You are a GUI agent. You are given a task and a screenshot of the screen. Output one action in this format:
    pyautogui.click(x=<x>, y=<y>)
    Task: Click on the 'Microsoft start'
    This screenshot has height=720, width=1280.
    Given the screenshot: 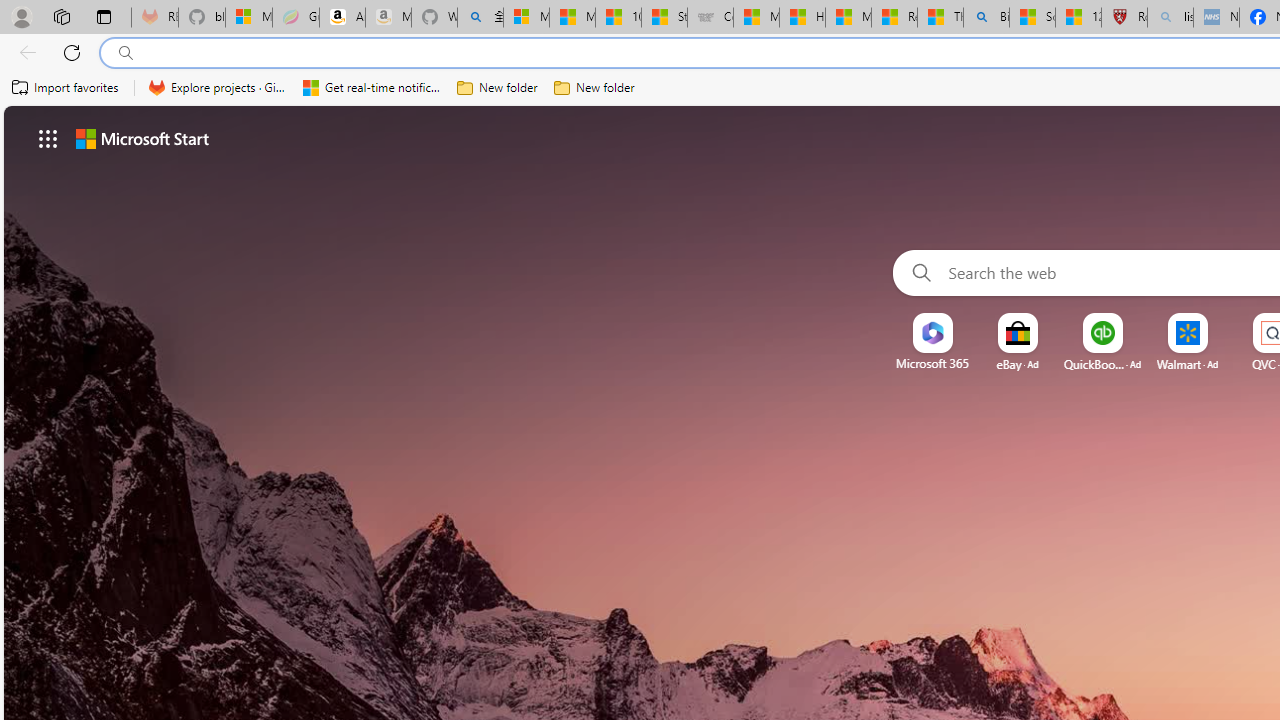 What is the action you would take?
    pyautogui.click(x=141, y=137)
    